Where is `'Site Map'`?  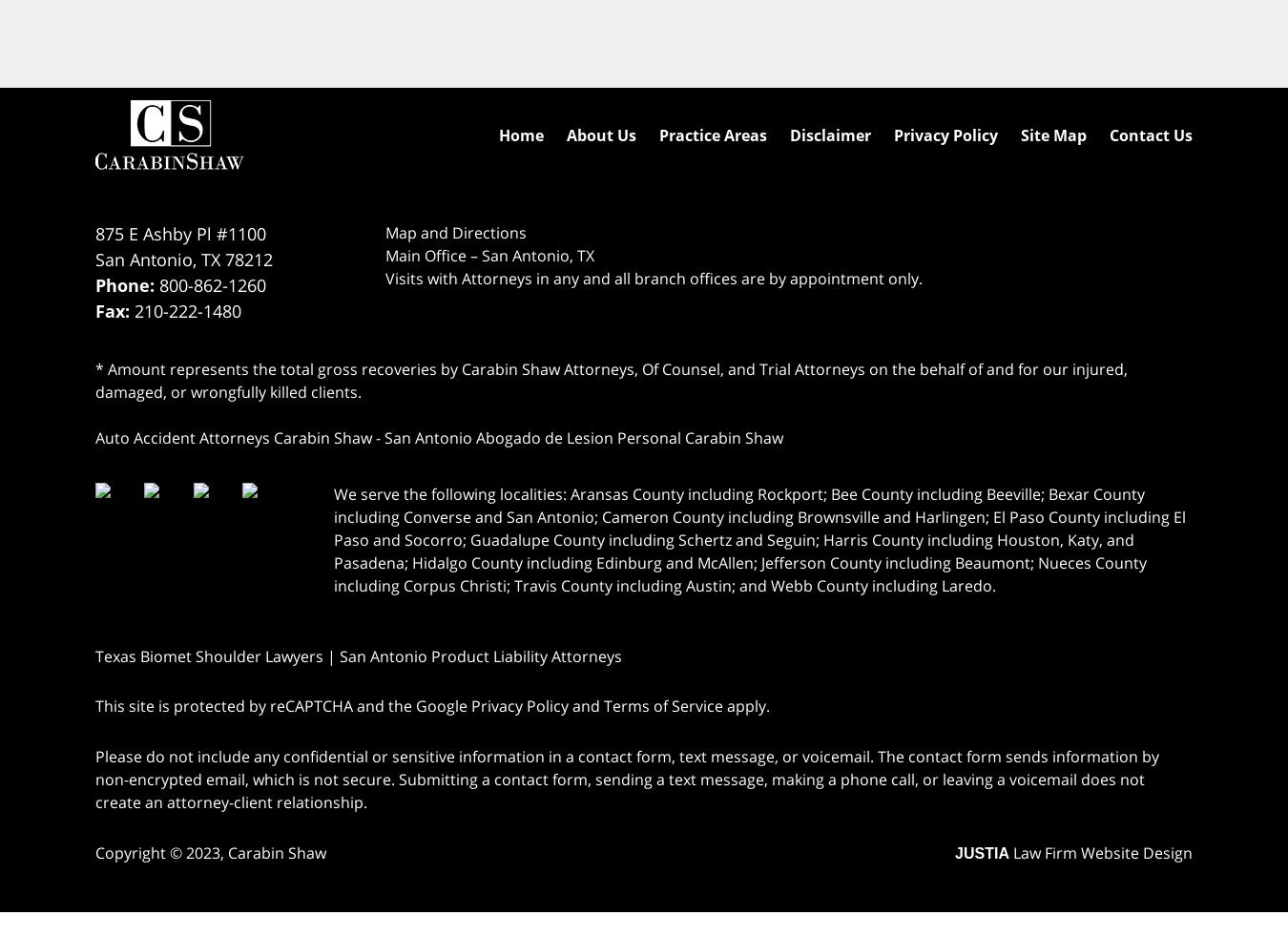
'Site Map' is located at coordinates (1053, 133).